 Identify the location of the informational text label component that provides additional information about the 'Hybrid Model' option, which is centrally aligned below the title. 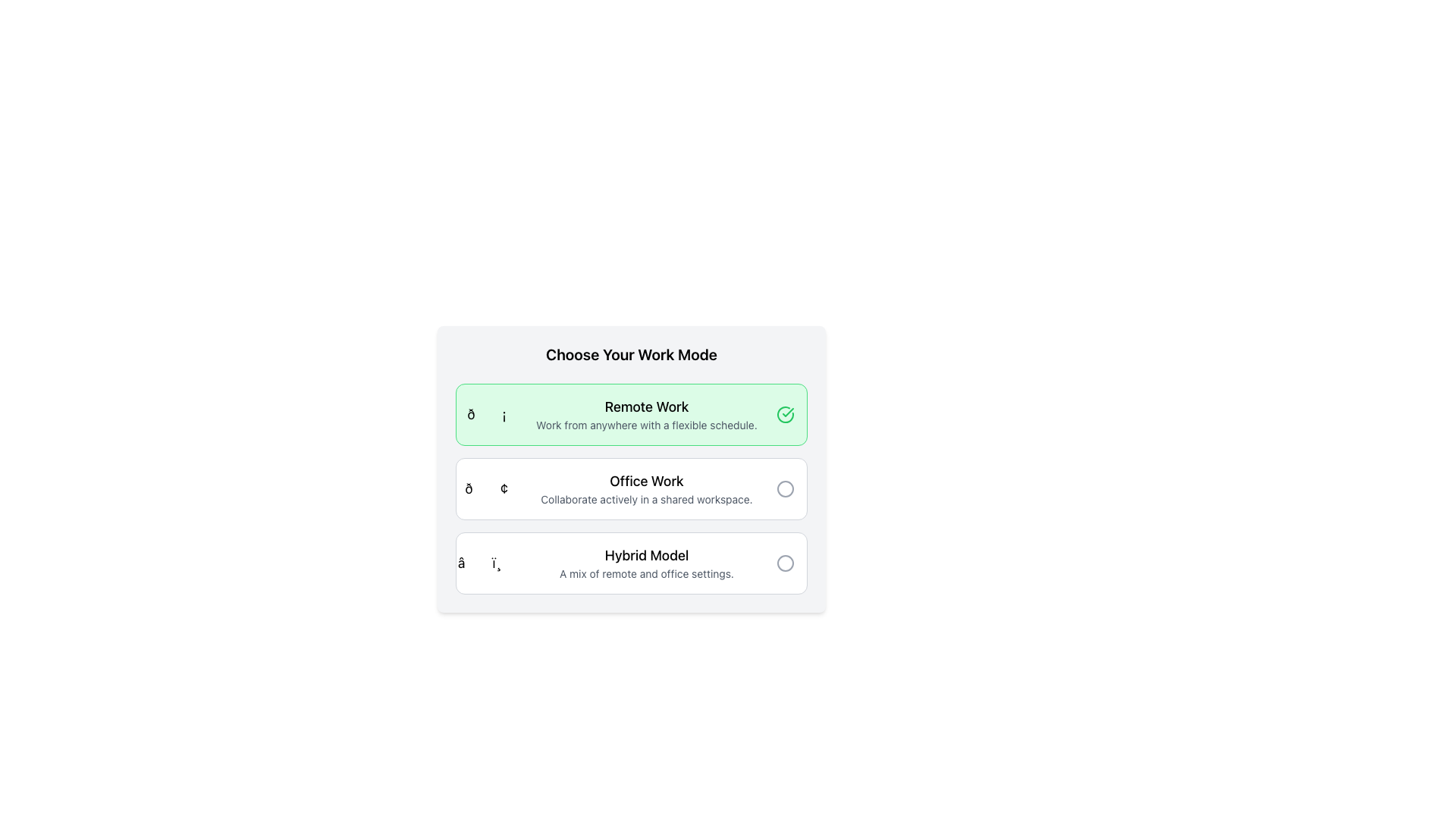
(647, 573).